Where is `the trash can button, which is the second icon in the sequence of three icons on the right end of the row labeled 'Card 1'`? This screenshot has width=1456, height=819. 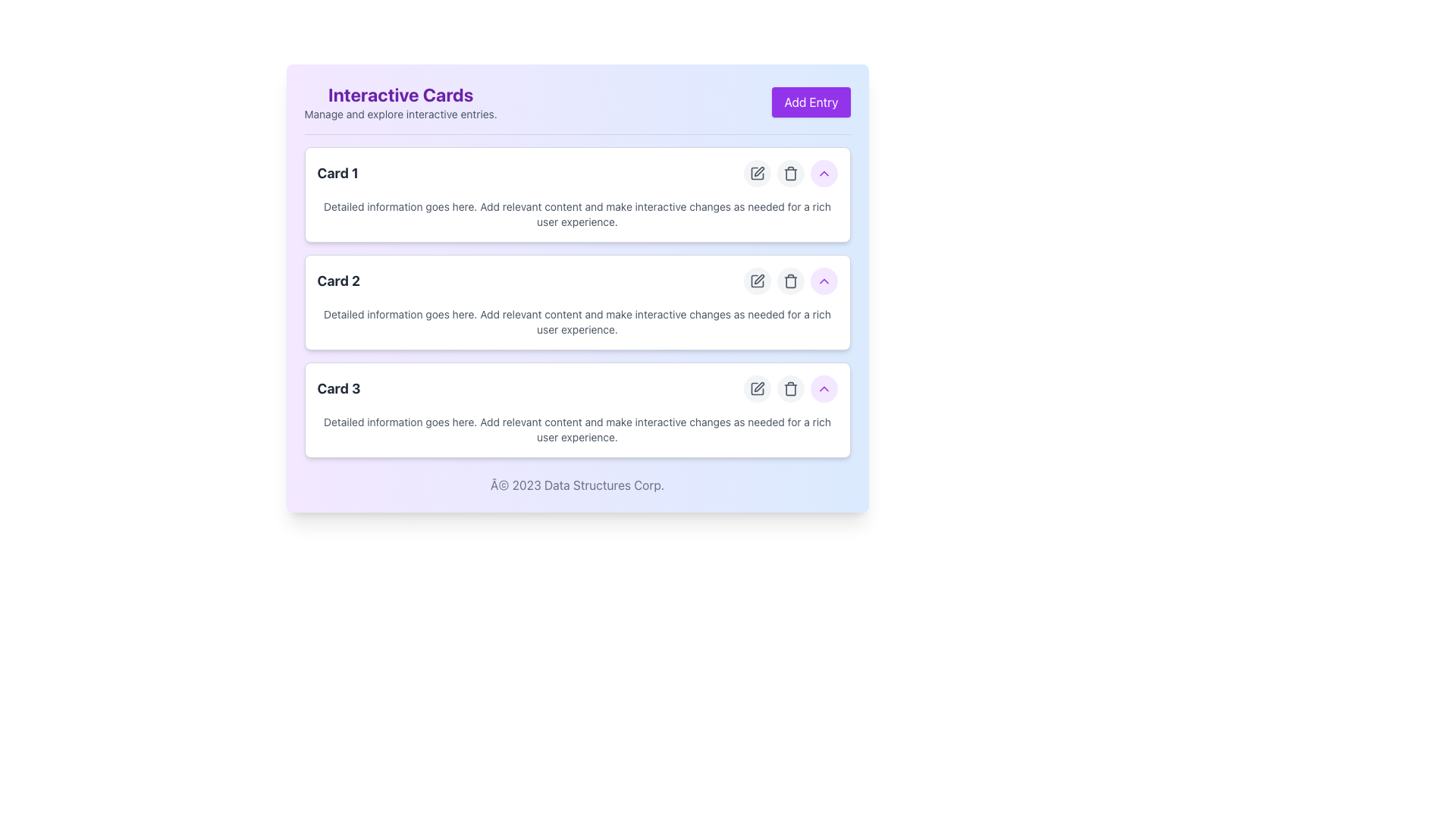 the trash can button, which is the second icon in the sequence of three icons on the right end of the row labeled 'Card 1' is located at coordinates (789, 172).